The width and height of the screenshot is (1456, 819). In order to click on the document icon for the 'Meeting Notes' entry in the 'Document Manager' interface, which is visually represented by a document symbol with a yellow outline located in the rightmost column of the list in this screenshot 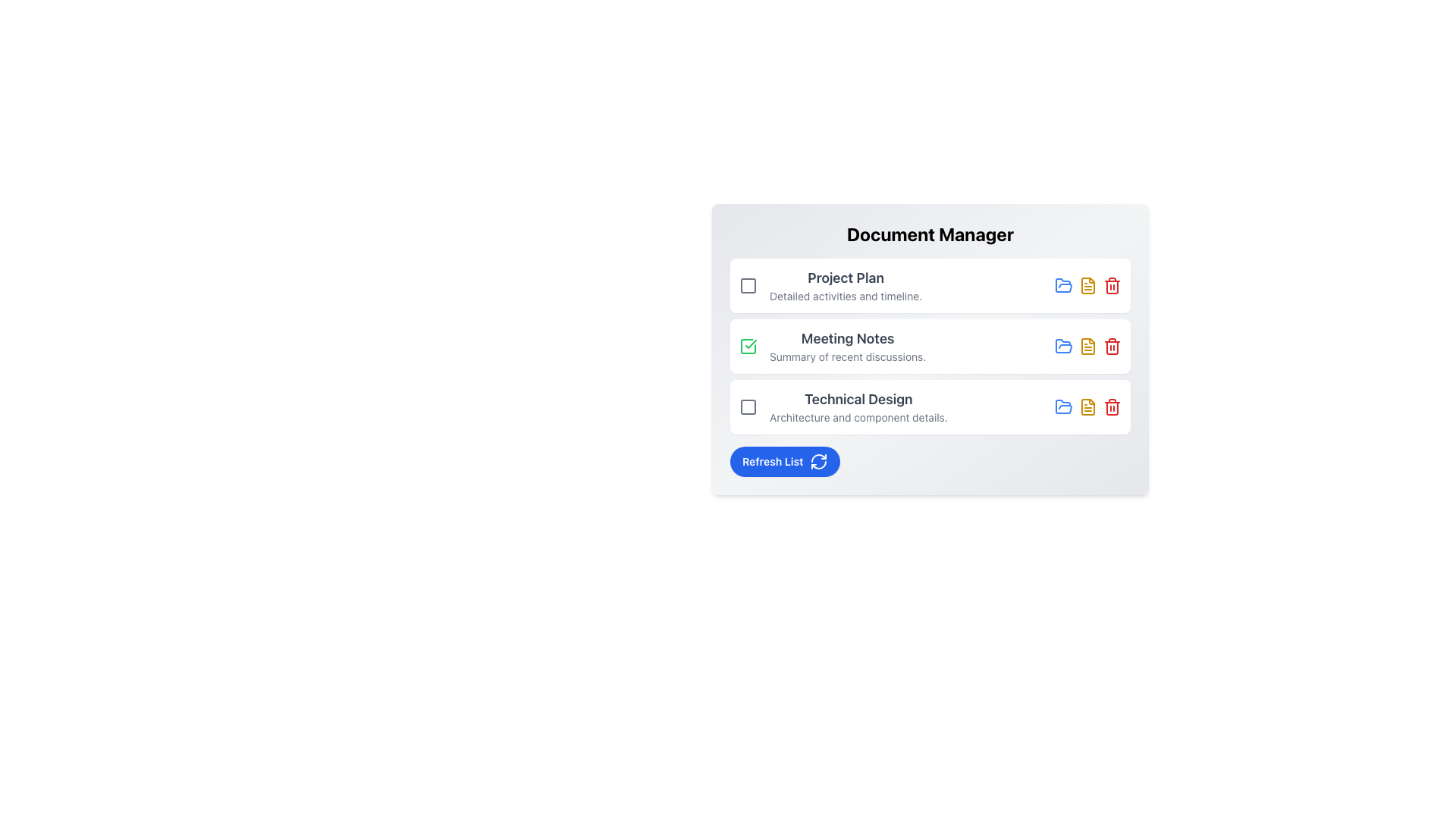, I will do `click(1087, 406)`.